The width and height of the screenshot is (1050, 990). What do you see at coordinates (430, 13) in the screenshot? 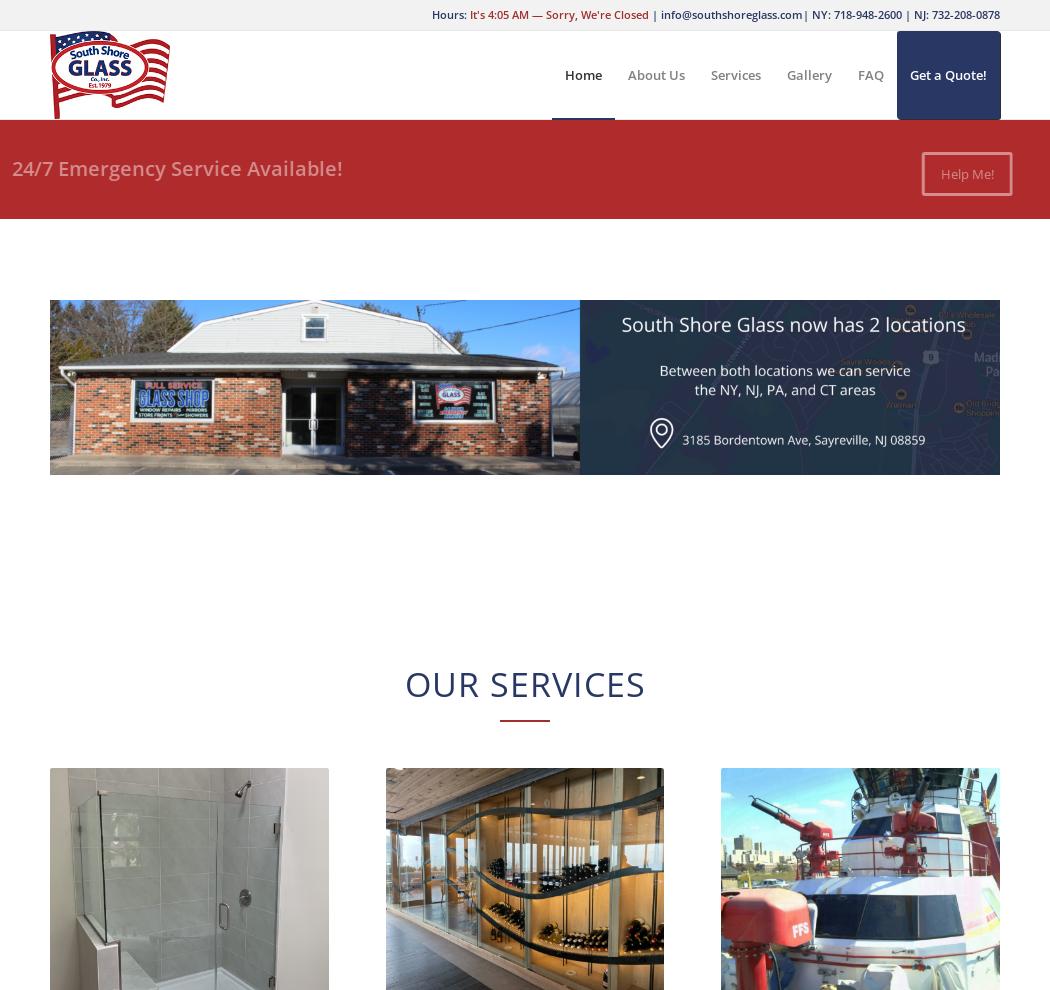
I see `'Hours:'` at bounding box center [430, 13].